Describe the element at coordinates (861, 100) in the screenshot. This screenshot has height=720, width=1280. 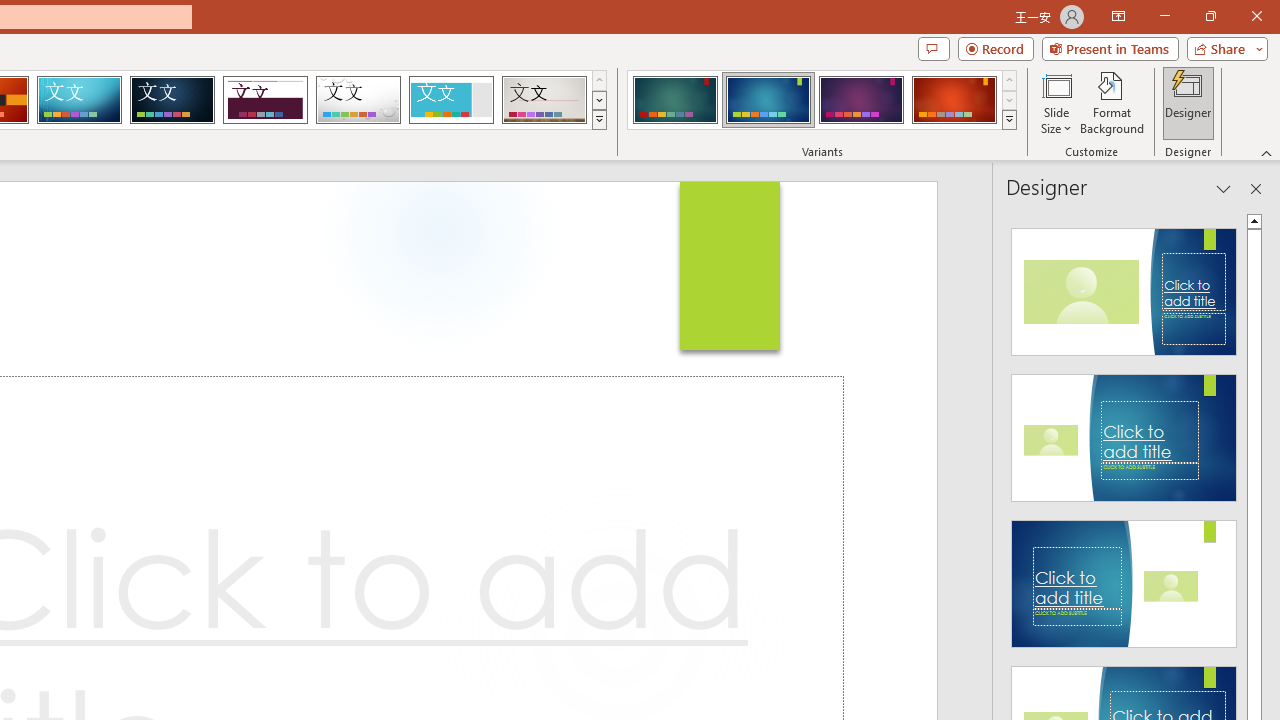
I see `'Ion Variant 3'` at that location.